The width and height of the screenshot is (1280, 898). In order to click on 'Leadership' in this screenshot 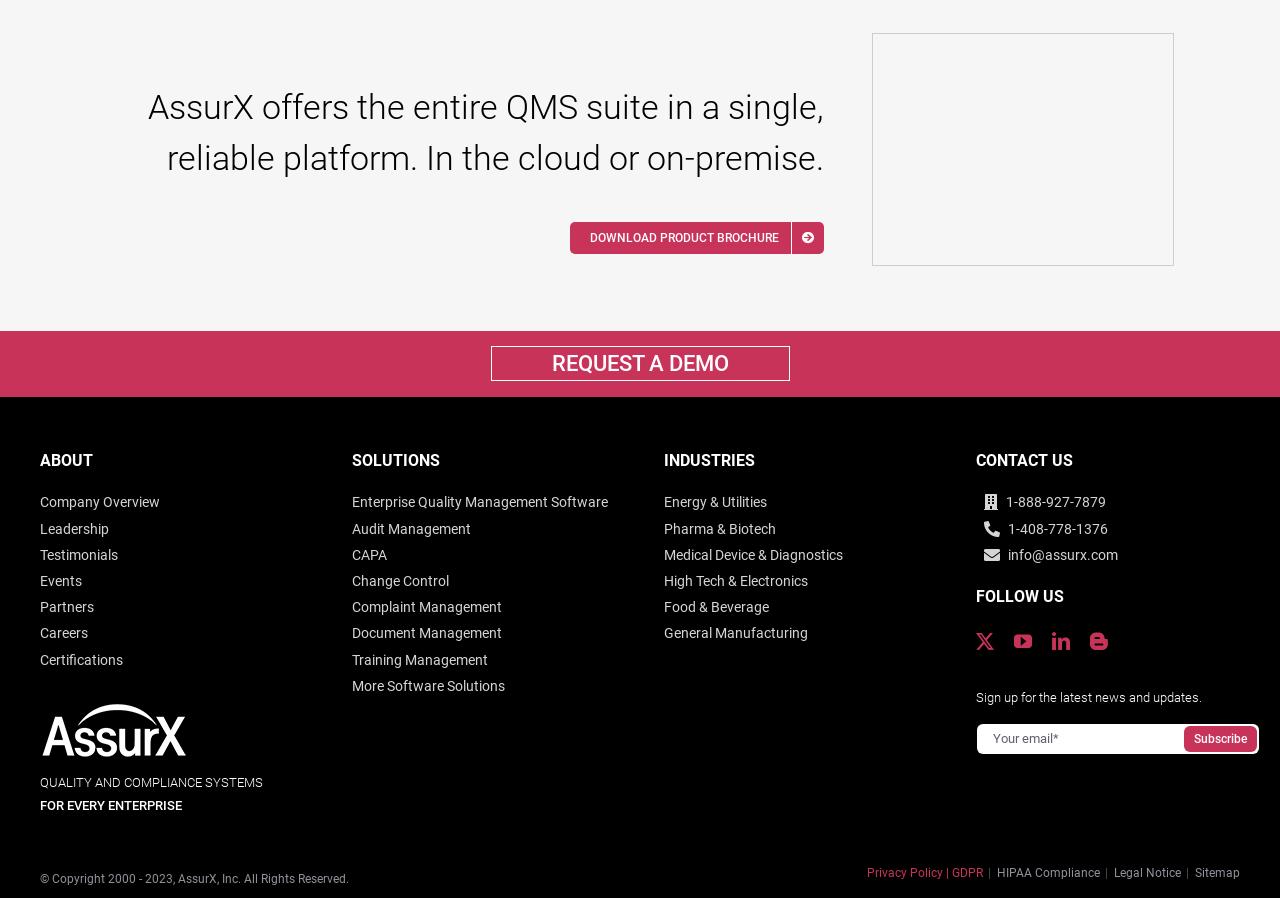, I will do `click(73, 527)`.